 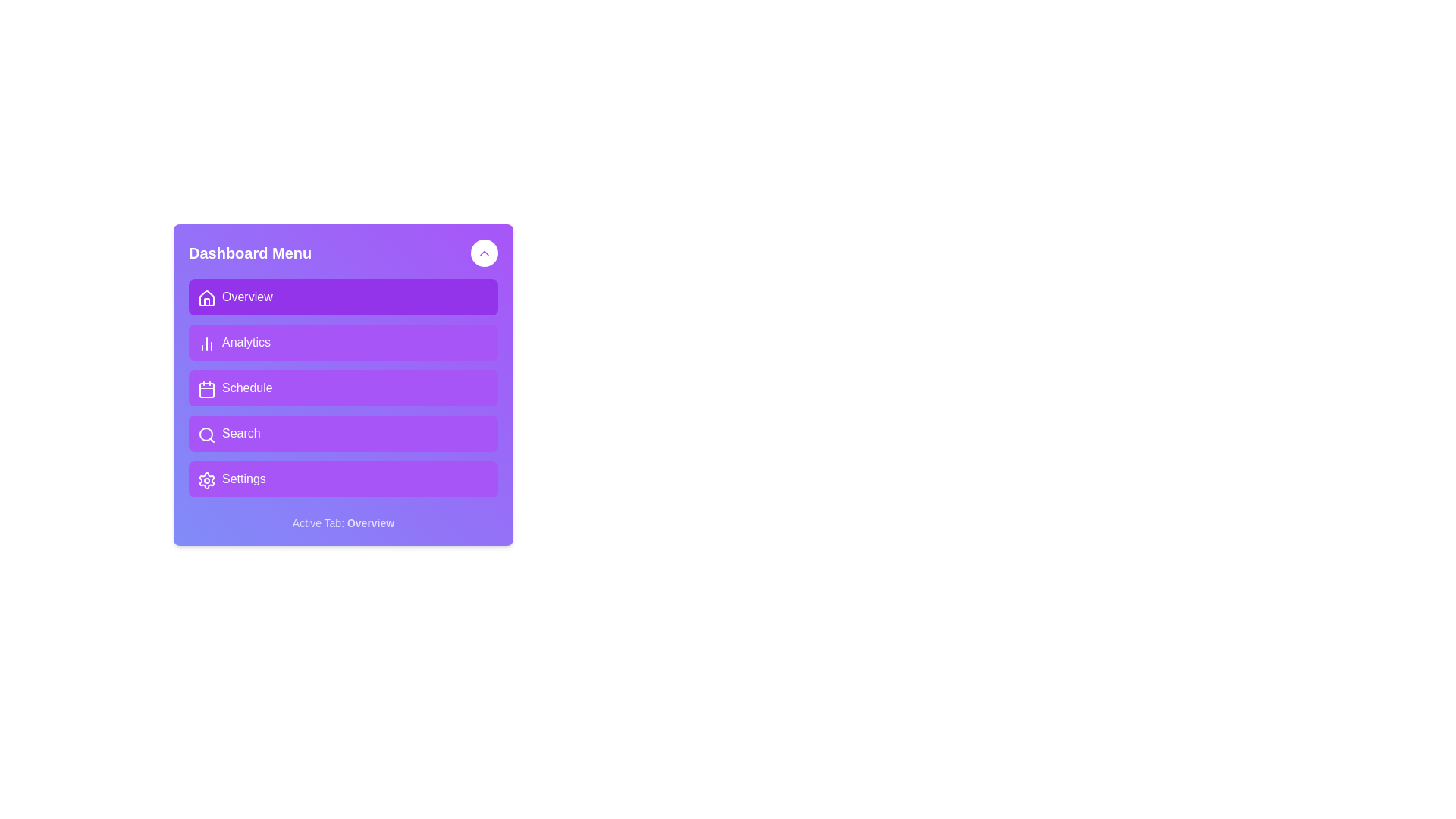 What do you see at coordinates (342, 433) in the screenshot?
I see `the search button located in the sidebar navigation menu` at bounding box center [342, 433].